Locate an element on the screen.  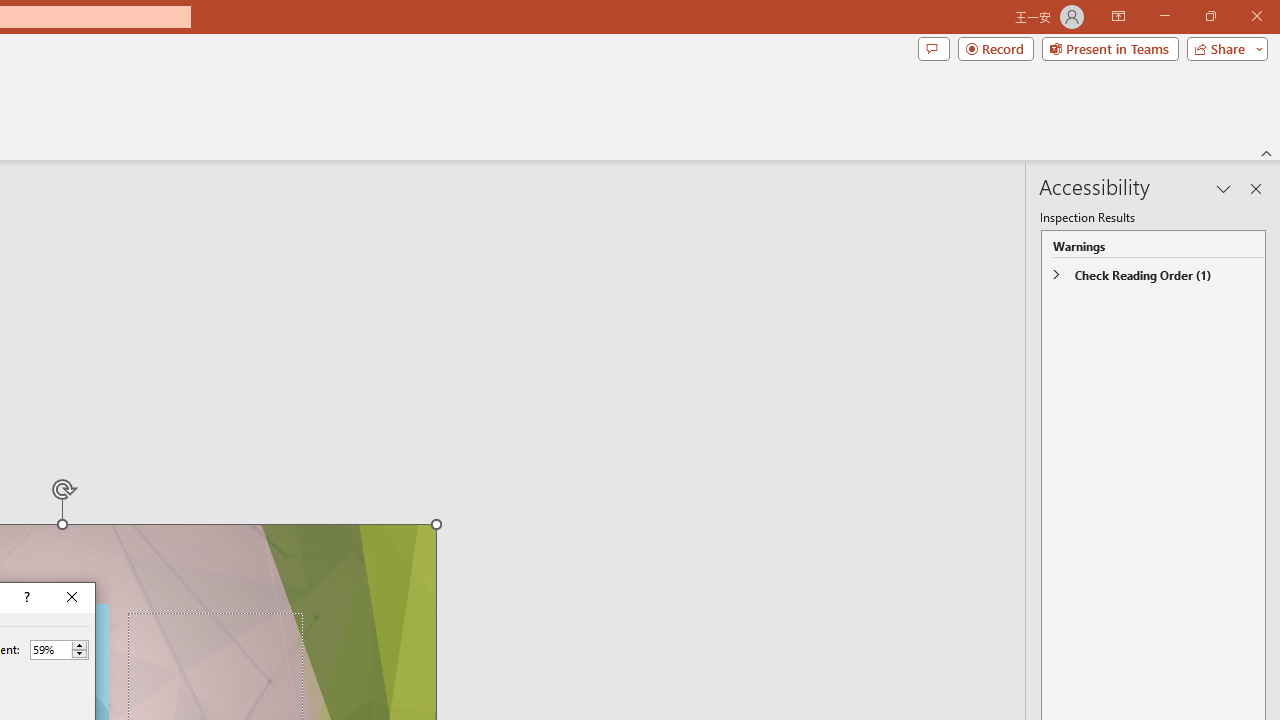
'Percent' is located at coordinates (59, 650).